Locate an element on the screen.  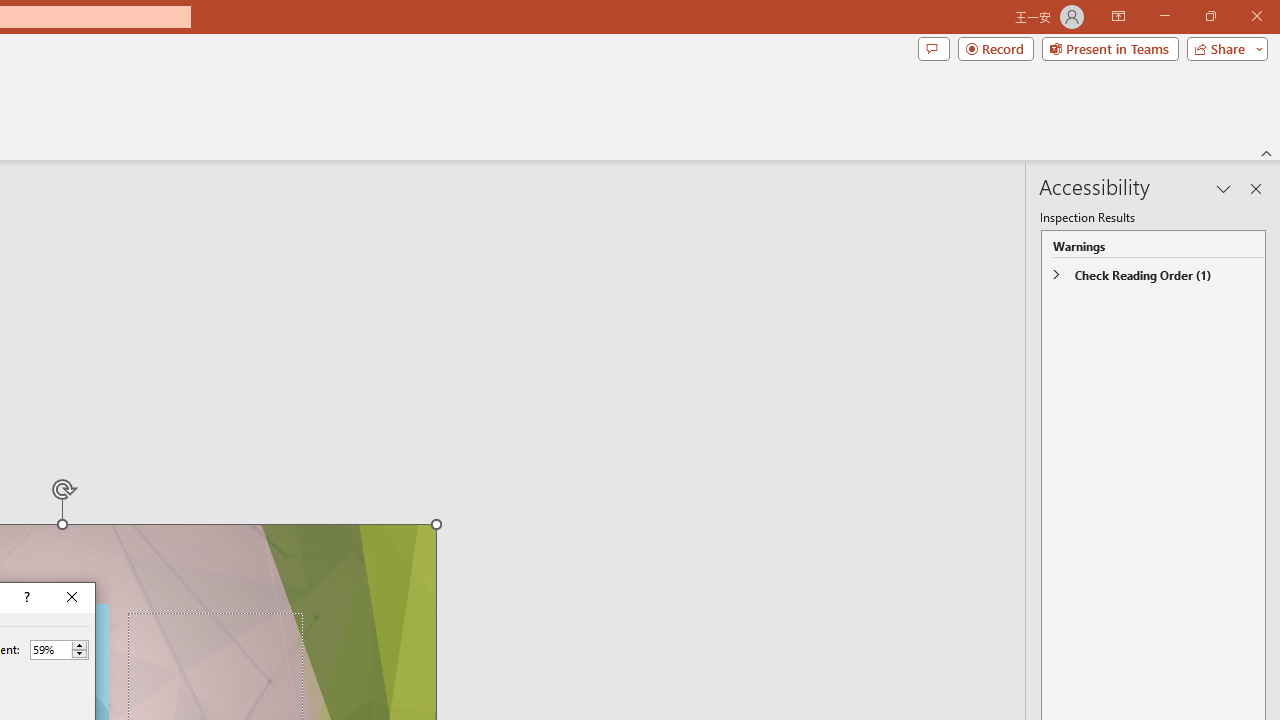
'Percent' is located at coordinates (59, 650).